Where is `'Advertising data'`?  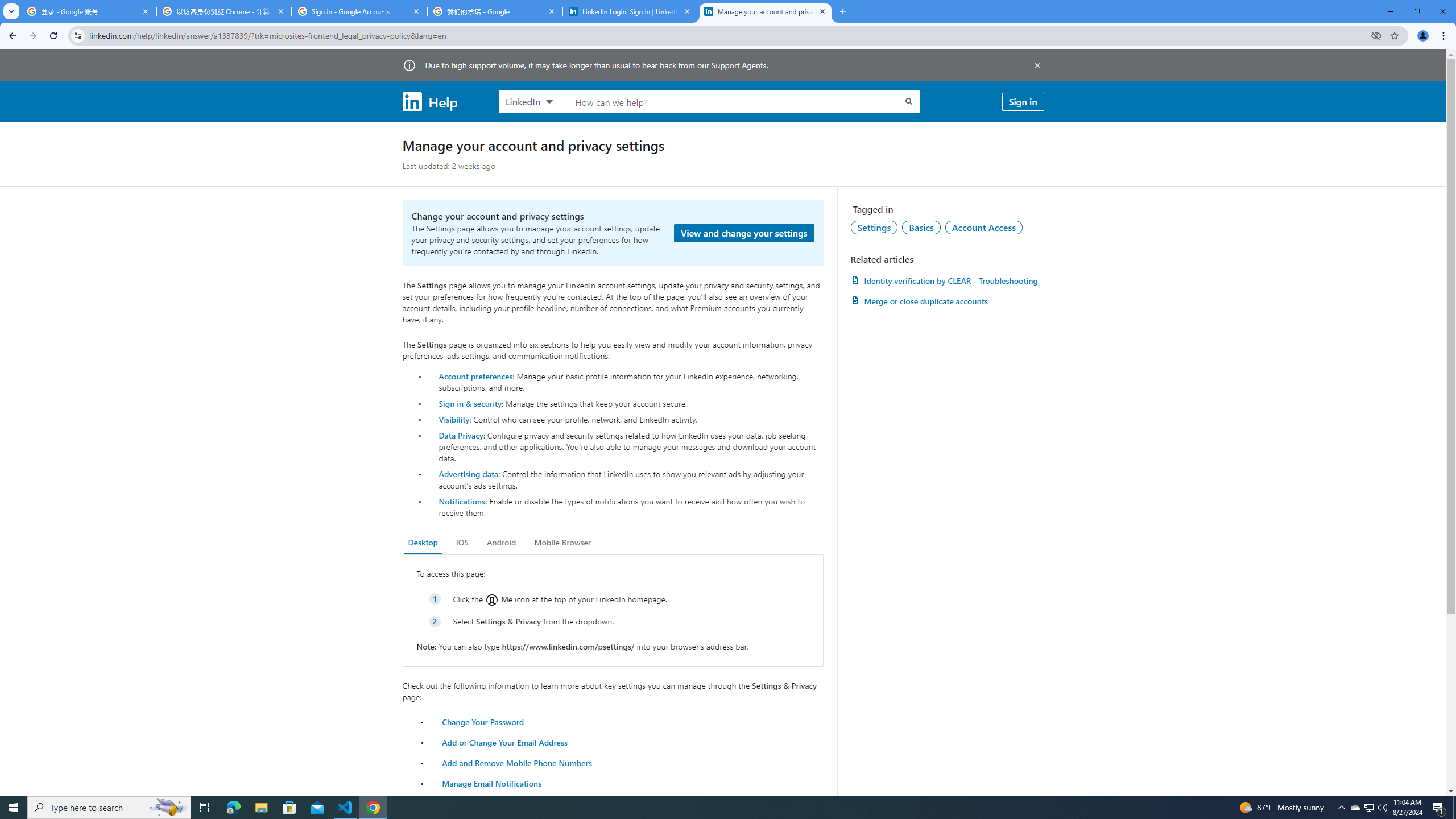 'Advertising data' is located at coordinates (468, 473).